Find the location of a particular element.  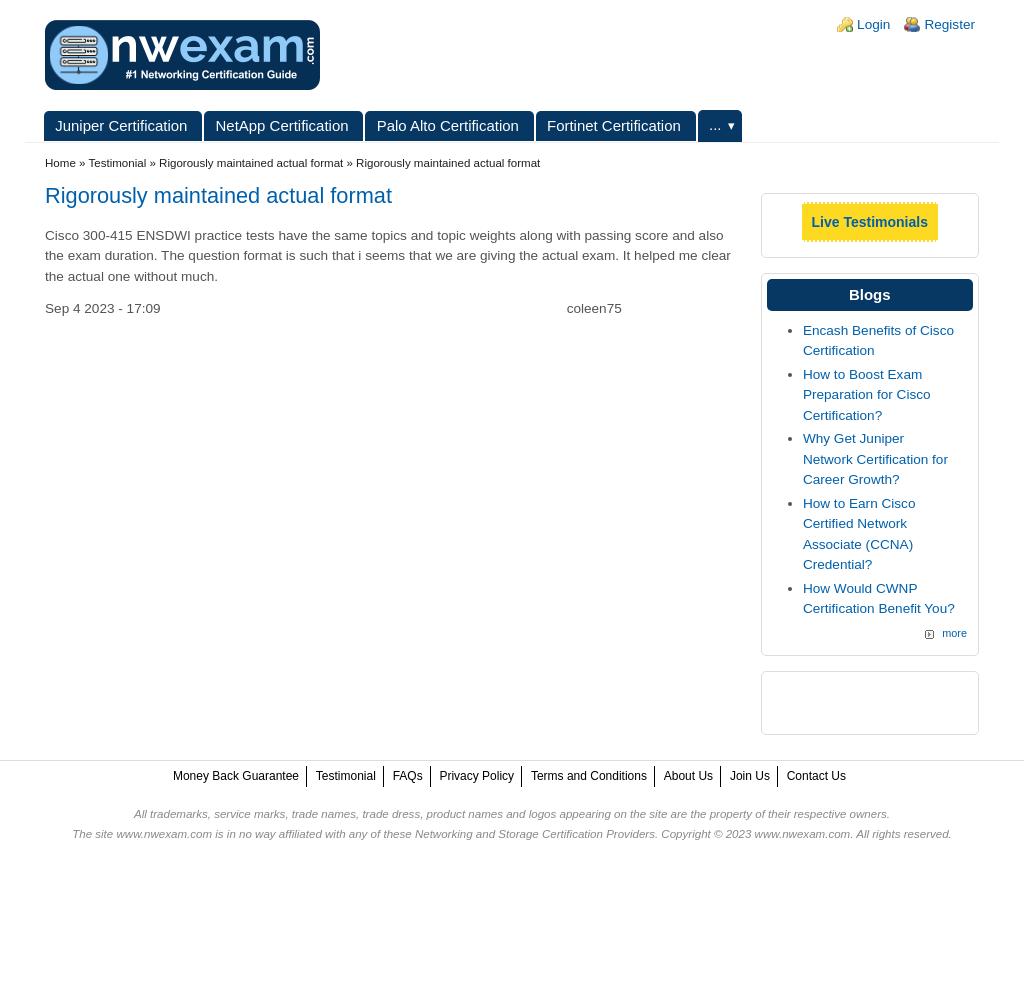

'Terms and Conditions' is located at coordinates (586, 776).